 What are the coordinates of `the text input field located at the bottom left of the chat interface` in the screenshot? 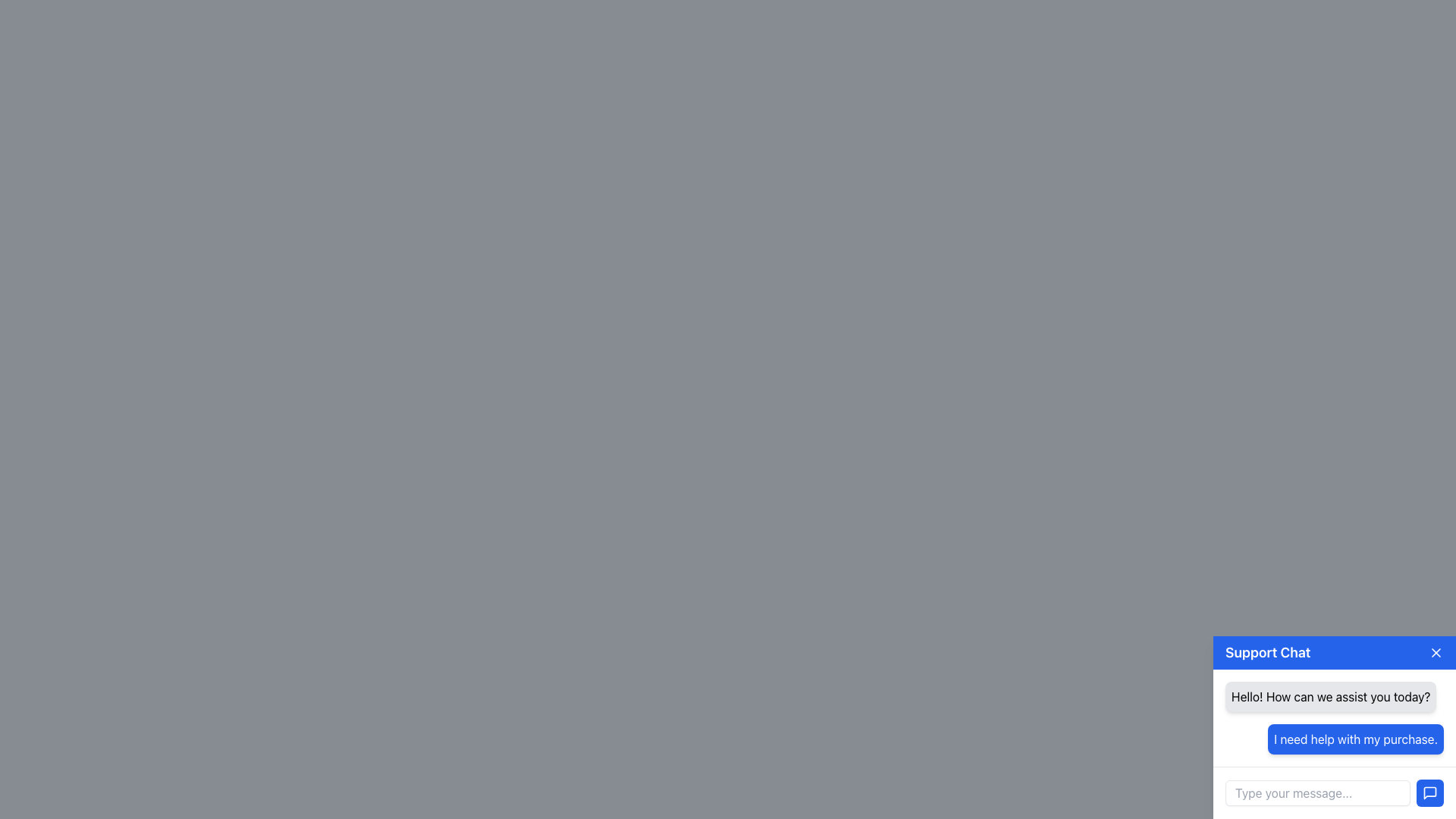 It's located at (1316, 792).